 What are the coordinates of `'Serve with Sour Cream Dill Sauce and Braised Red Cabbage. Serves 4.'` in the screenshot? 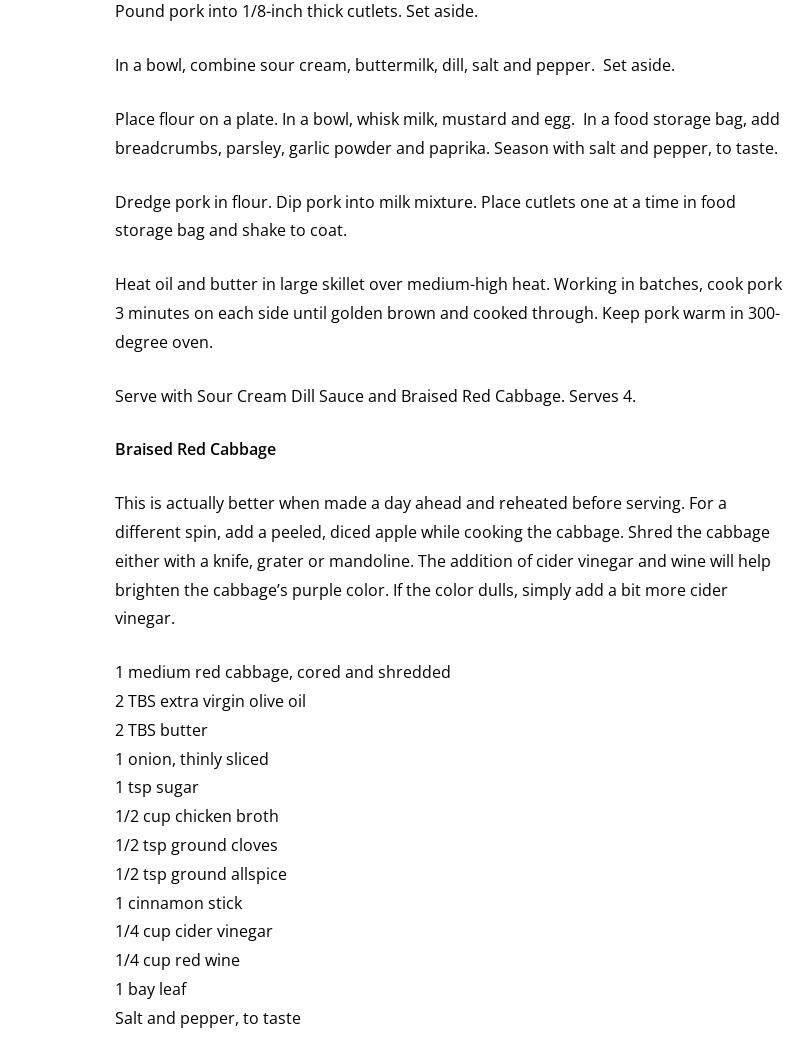 It's located at (374, 394).